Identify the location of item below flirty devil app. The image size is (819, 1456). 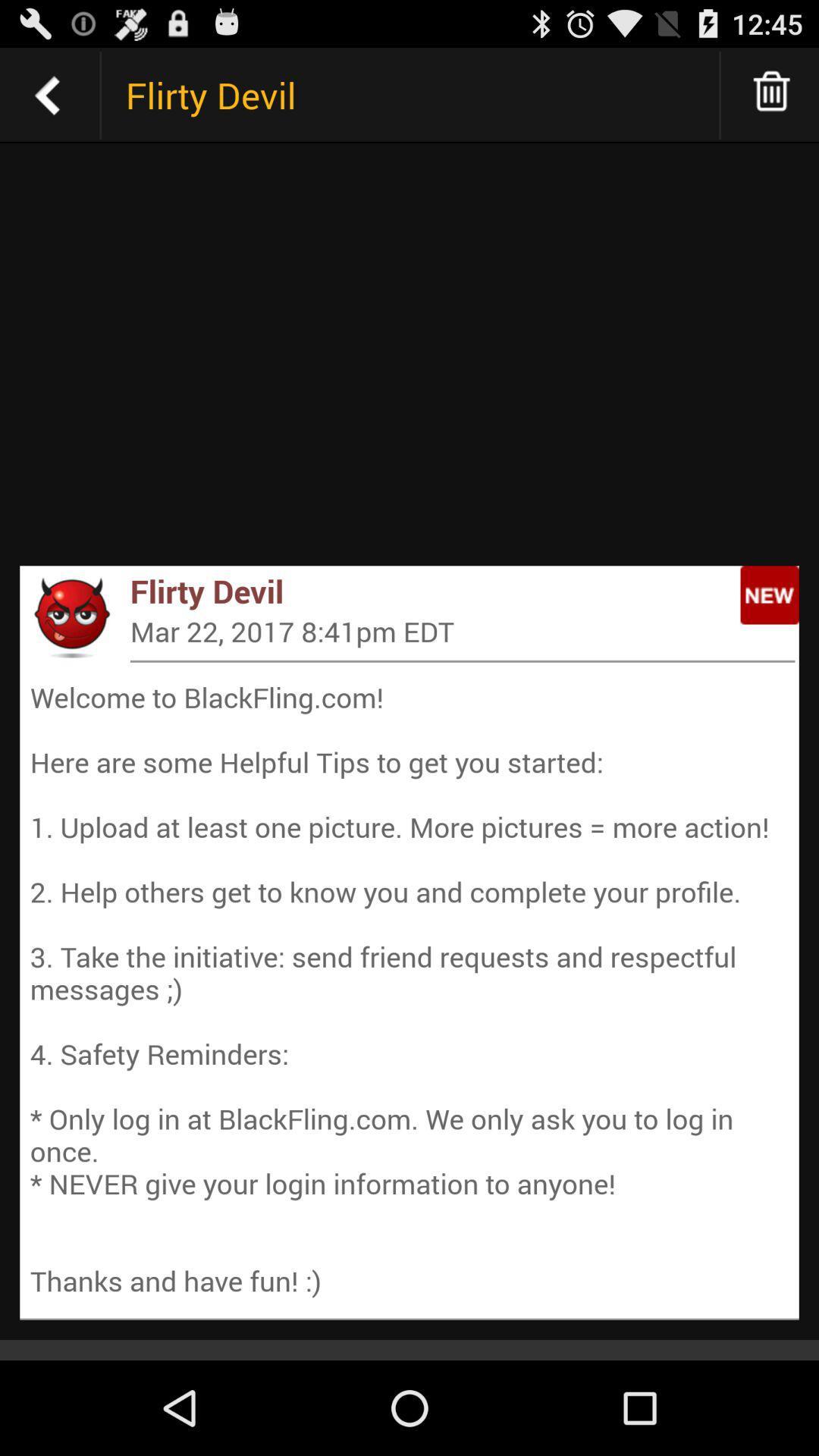
(462, 631).